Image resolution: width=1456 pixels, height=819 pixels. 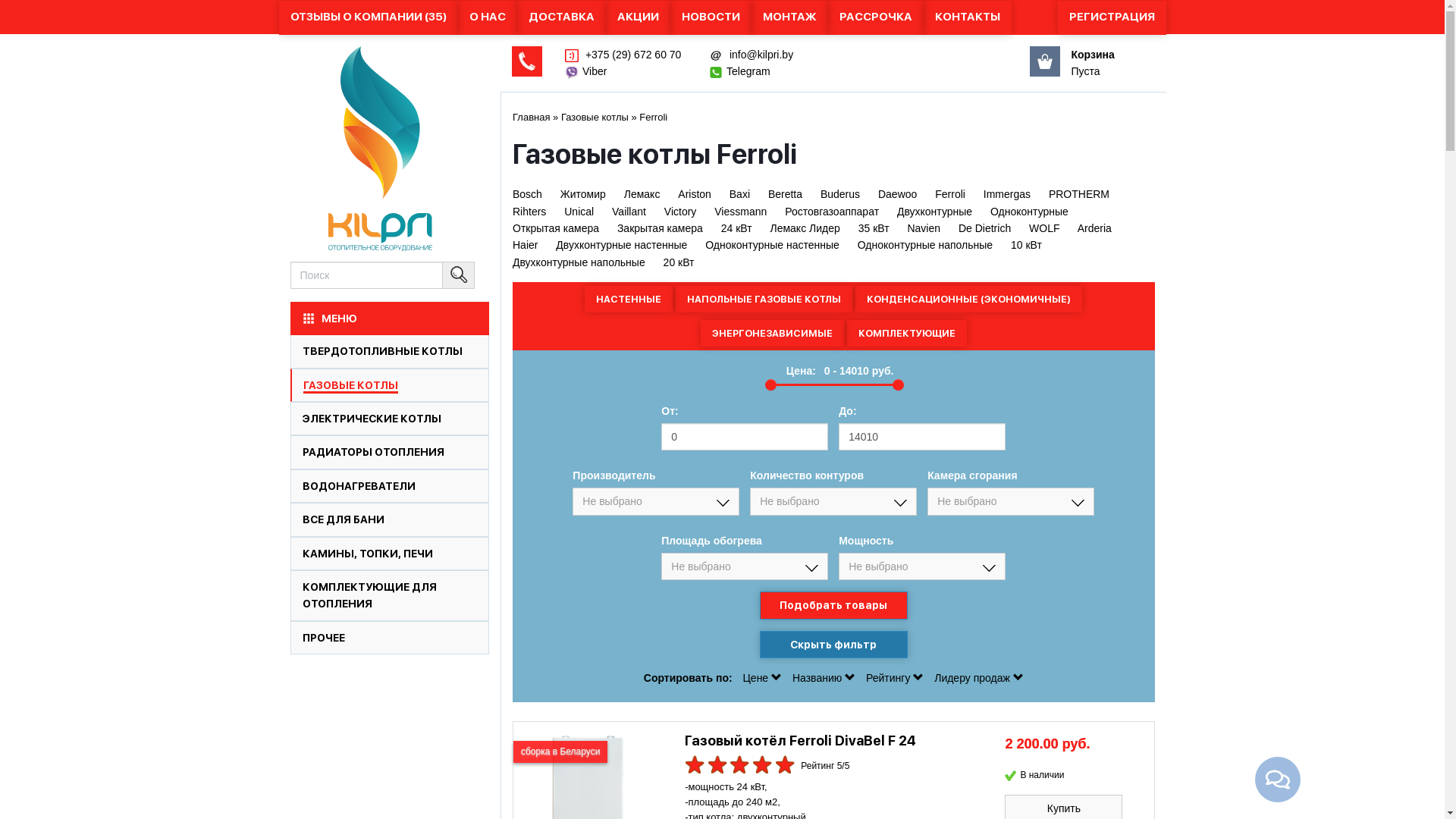 I want to click on 'Baxi', so click(x=739, y=193).